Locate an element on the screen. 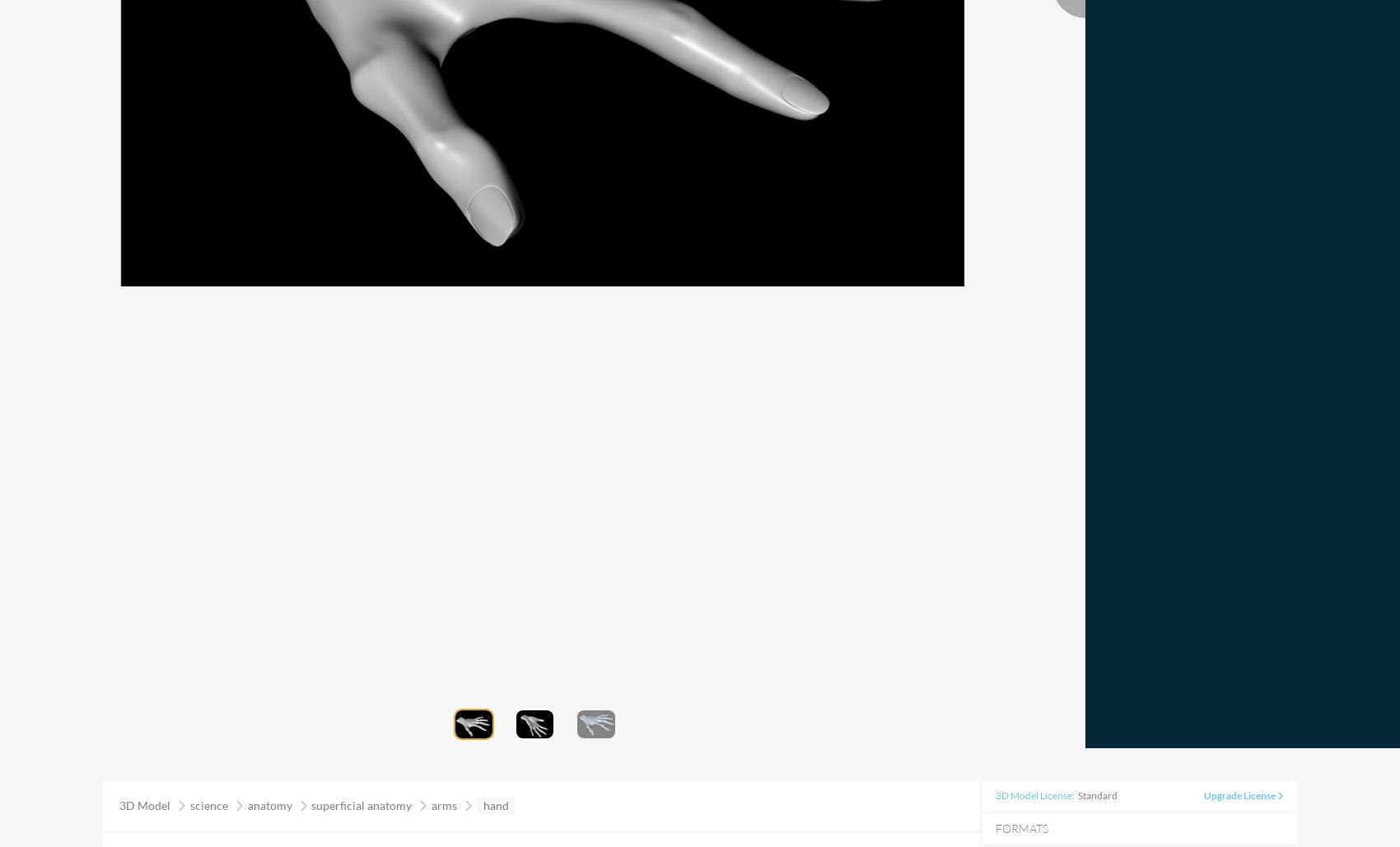  ':' is located at coordinates (1075, 794).